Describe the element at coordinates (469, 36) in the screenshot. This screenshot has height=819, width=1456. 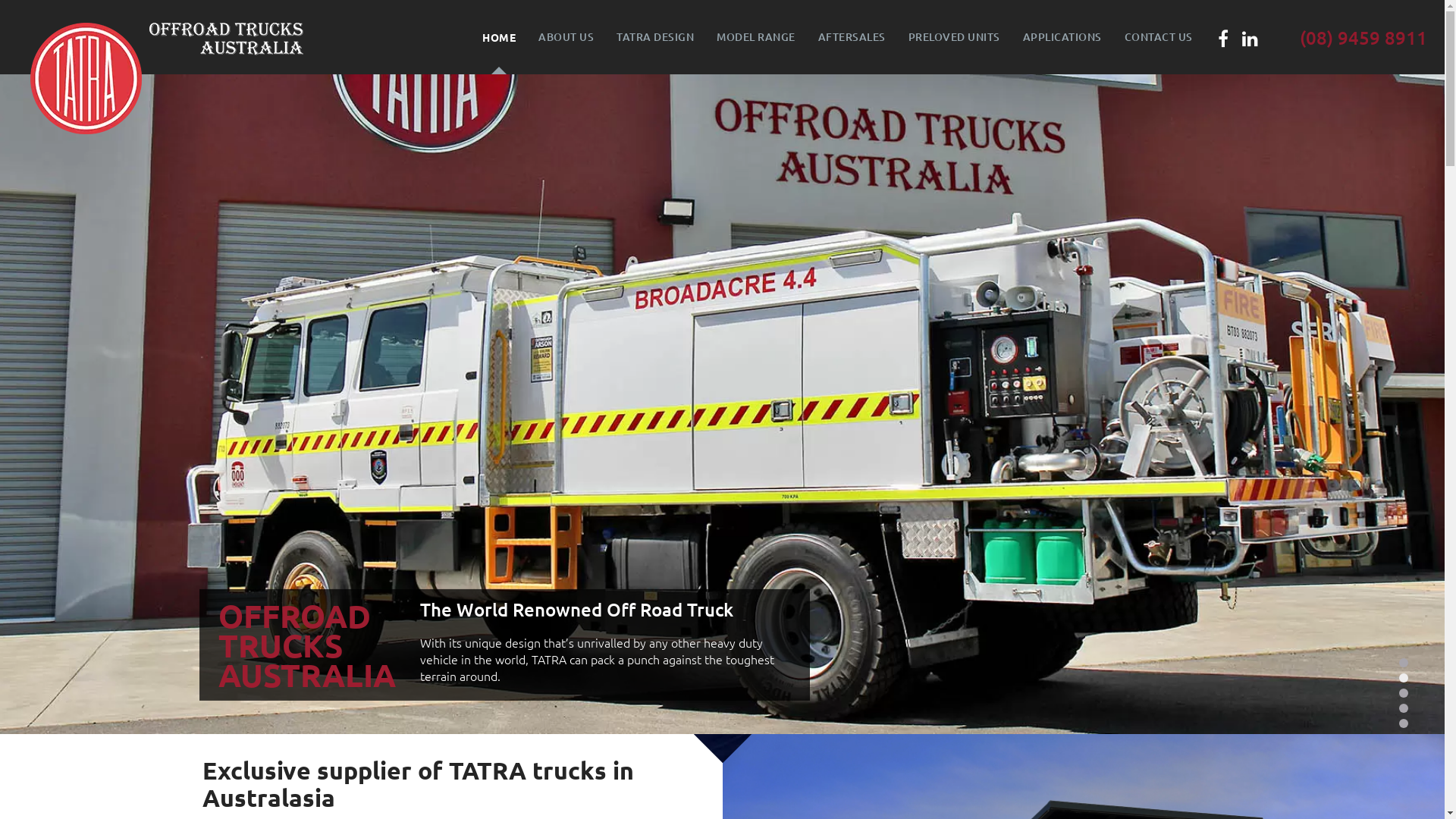
I see `'HOME'` at that location.